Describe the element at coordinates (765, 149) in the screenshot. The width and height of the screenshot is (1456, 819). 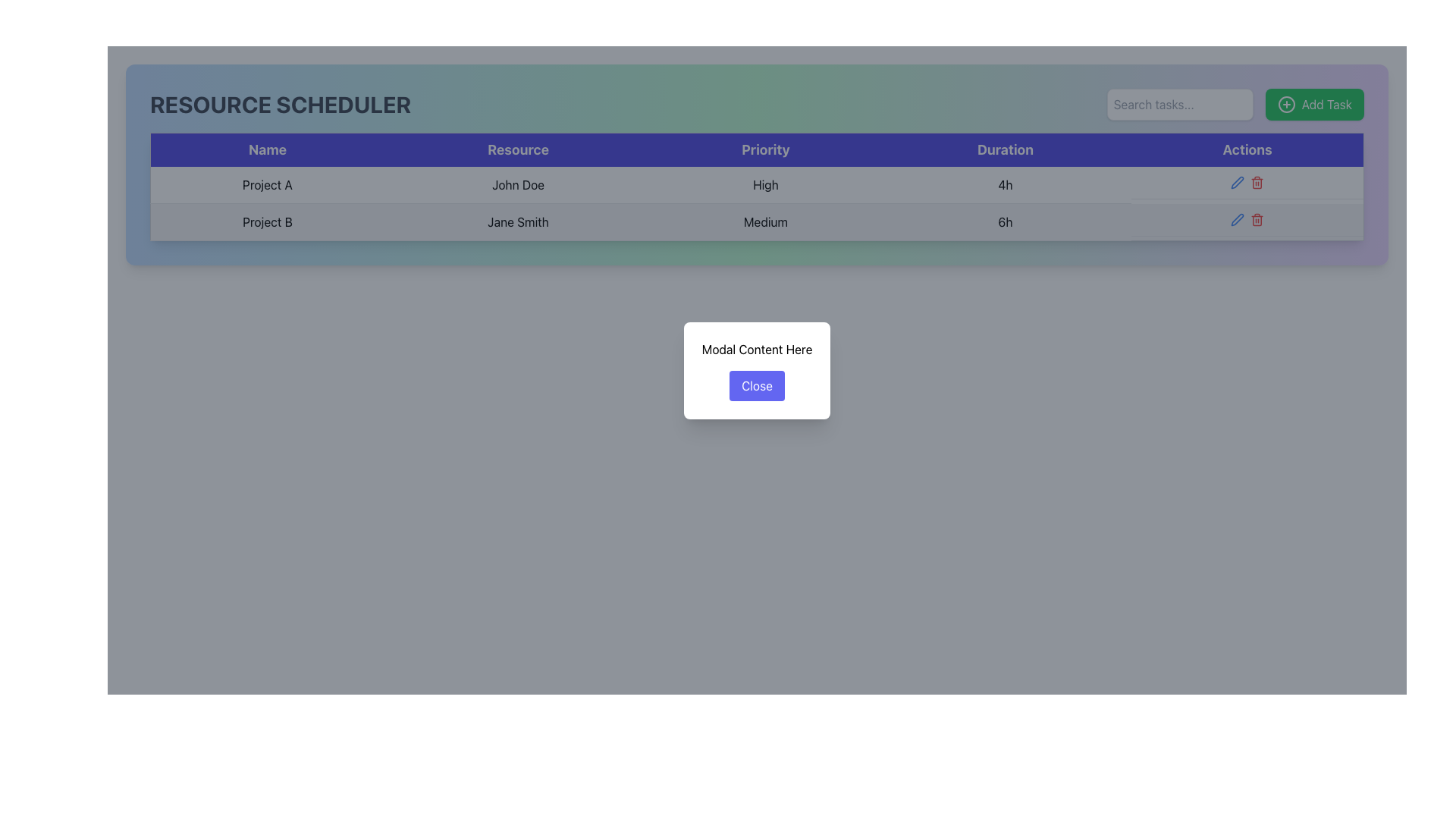
I see `the 'Priority' header label in the tabular layout, which is the third subsection in a horizontal header row` at that location.